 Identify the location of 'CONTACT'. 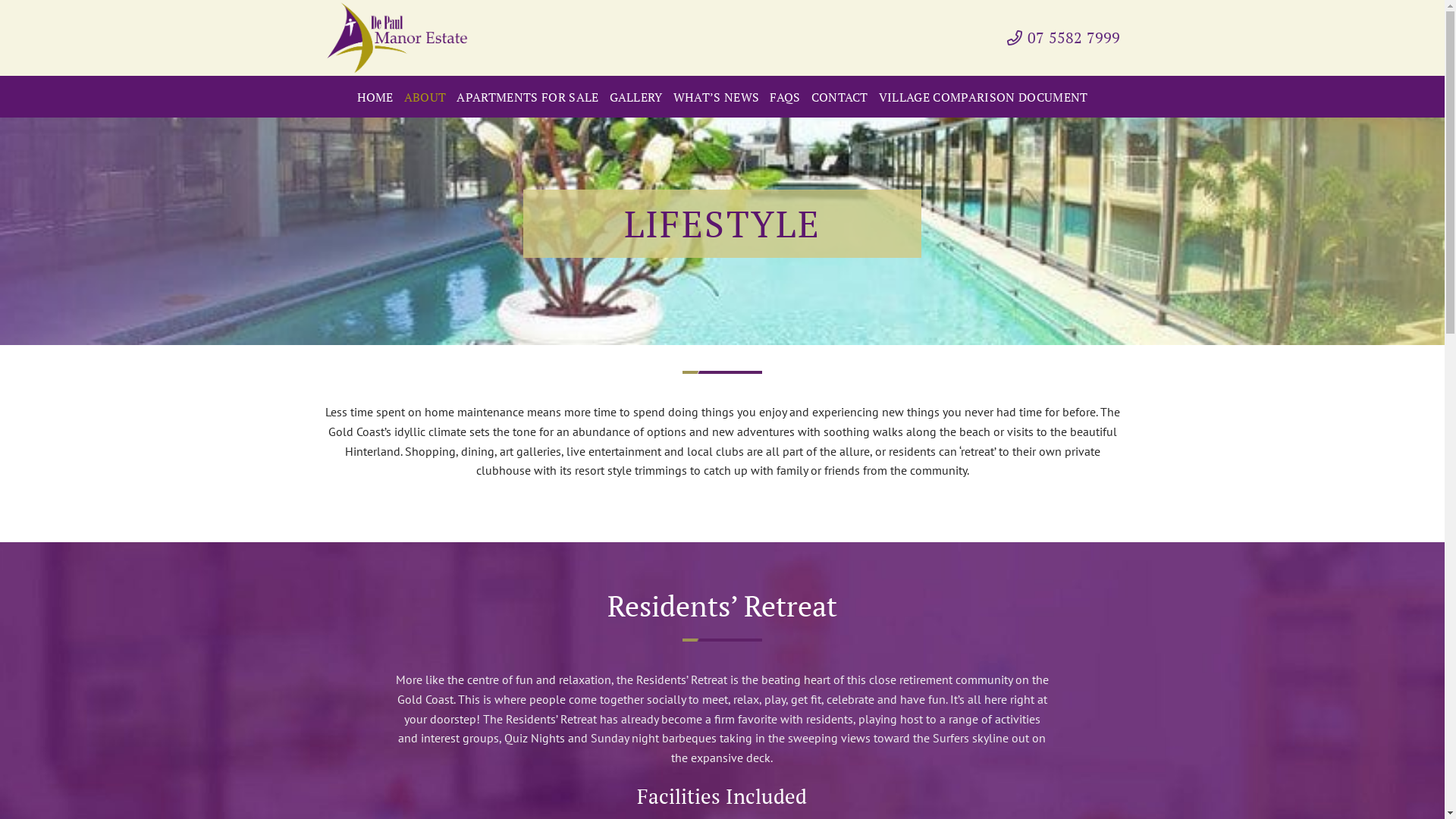
(839, 96).